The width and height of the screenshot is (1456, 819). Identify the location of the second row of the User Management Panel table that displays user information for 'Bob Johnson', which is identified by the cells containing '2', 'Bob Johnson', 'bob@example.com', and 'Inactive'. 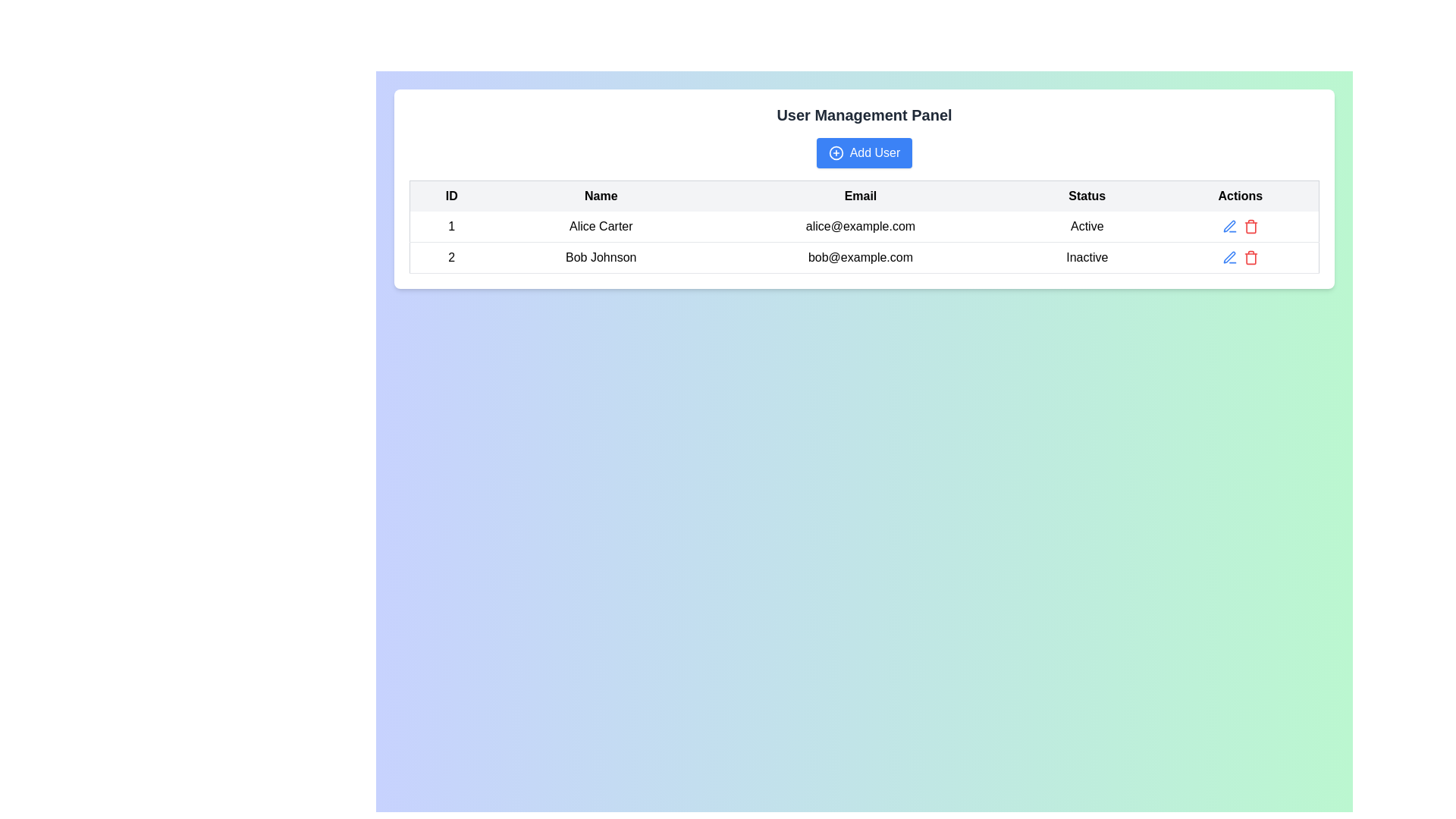
(864, 256).